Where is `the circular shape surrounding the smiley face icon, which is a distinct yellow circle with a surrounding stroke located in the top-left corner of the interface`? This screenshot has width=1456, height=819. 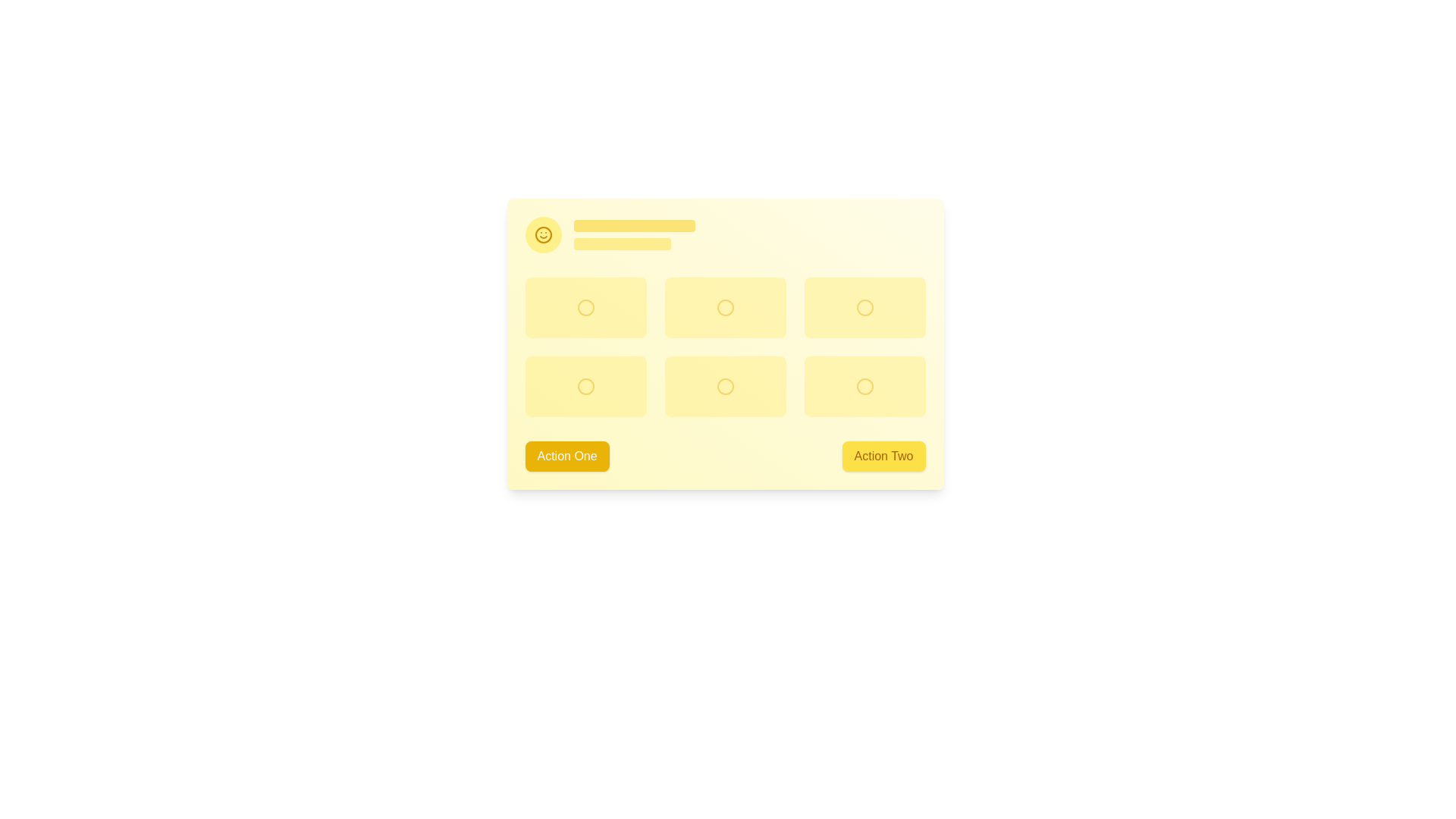 the circular shape surrounding the smiley face icon, which is a distinct yellow circle with a surrounding stroke located in the top-left corner of the interface is located at coordinates (543, 234).